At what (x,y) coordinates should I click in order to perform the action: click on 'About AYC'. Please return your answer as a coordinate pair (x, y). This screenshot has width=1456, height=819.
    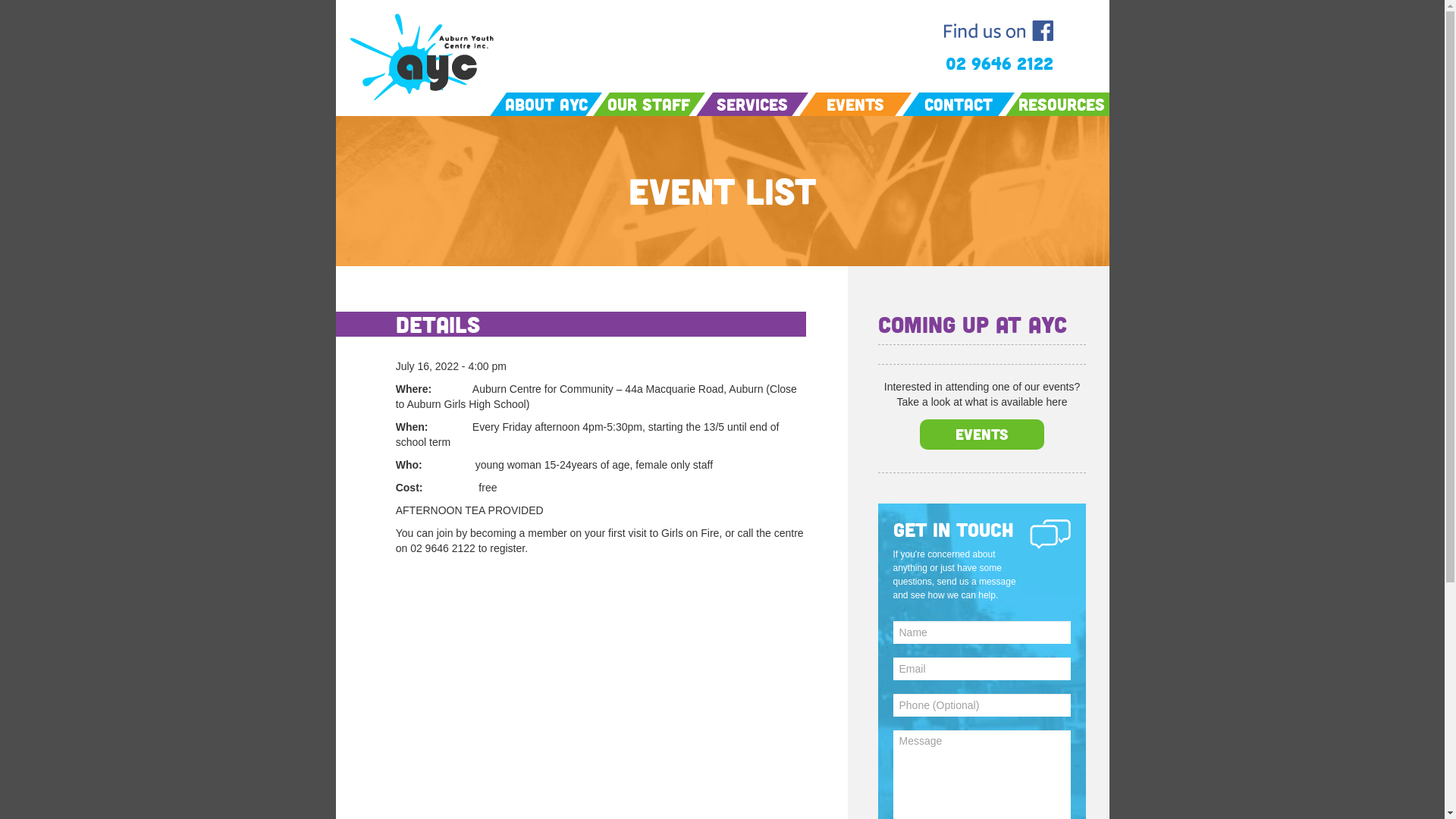
    Looking at the image, I should click on (498, 103).